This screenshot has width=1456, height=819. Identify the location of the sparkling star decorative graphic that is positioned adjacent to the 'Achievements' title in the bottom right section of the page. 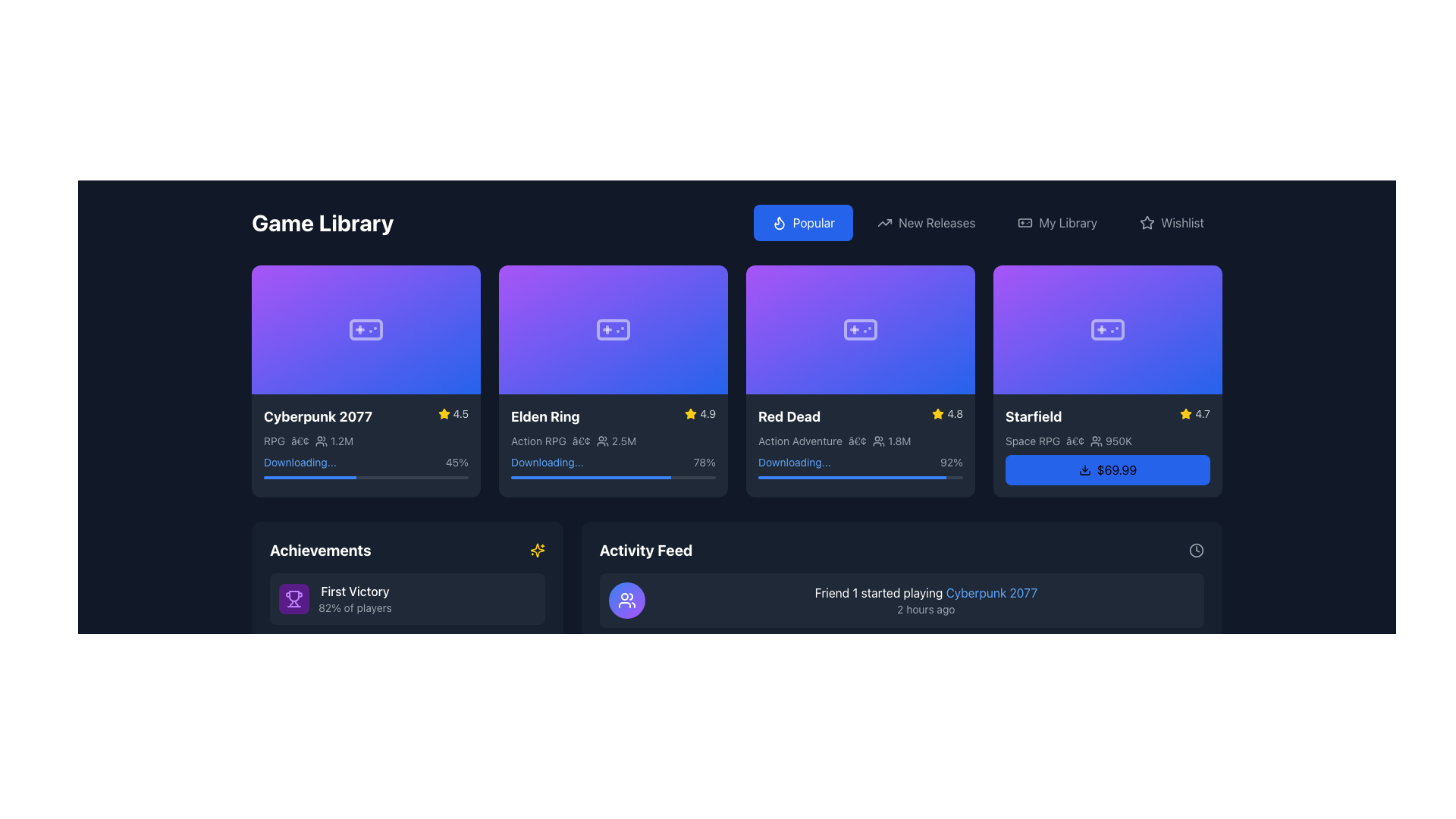
(537, 550).